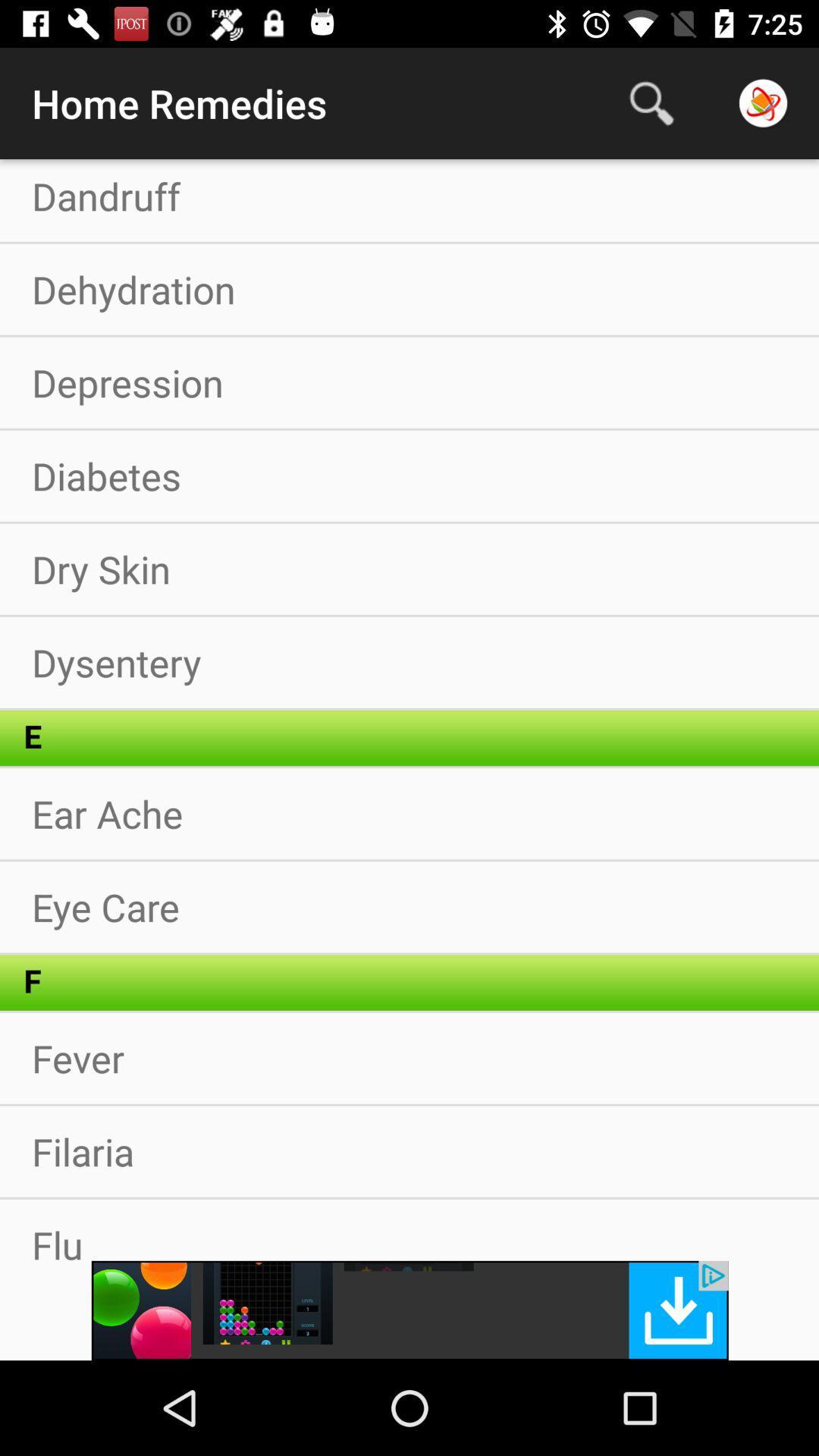 The width and height of the screenshot is (819, 1456). What do you see at coordinates (409, 1310) in the screenshot?
I see `open advertisement` at bounding box center [409, 1310].